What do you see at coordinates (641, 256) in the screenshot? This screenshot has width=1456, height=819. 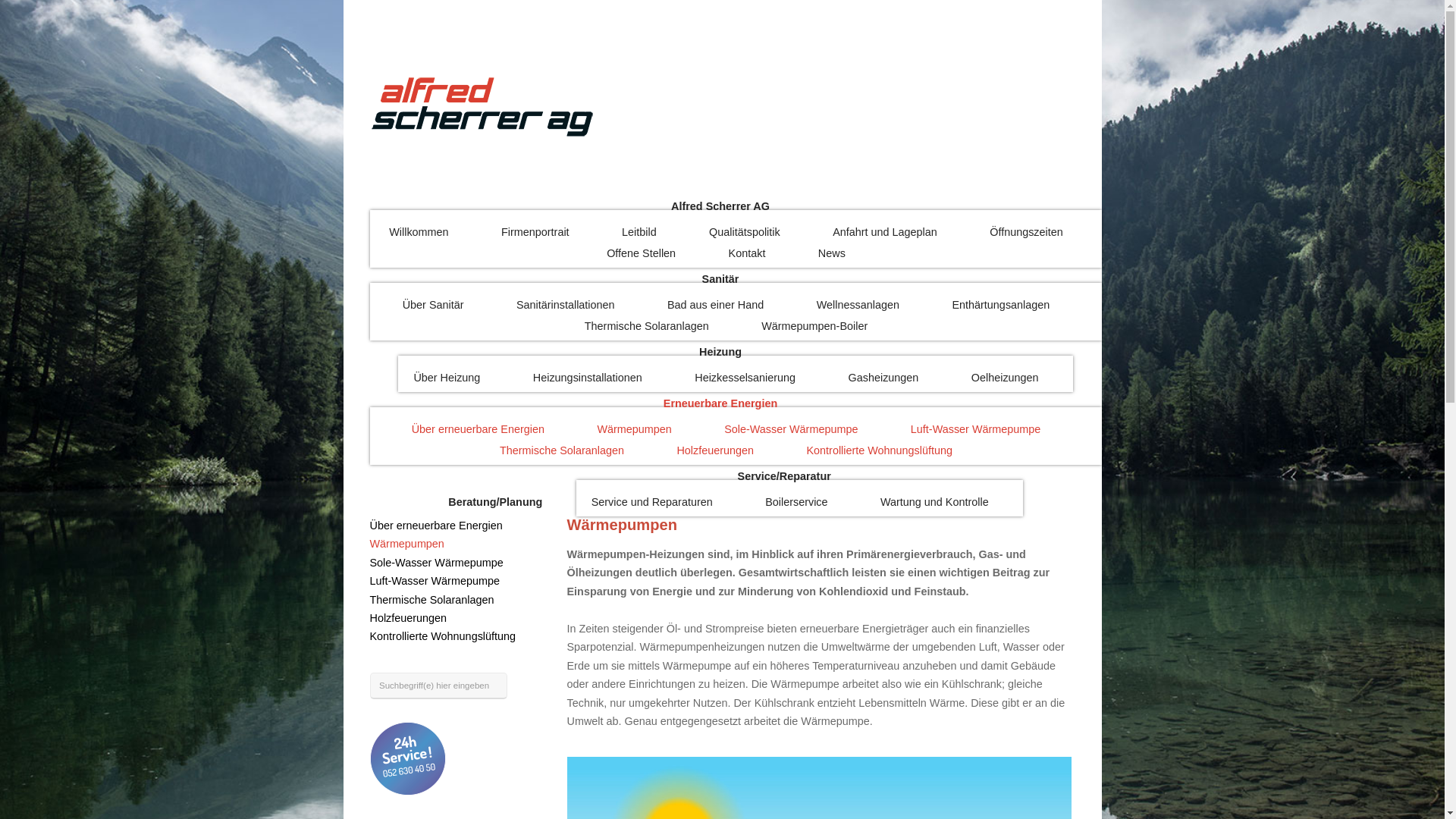 I see `'Offene Stellen'` at bounding box center [641, 256].